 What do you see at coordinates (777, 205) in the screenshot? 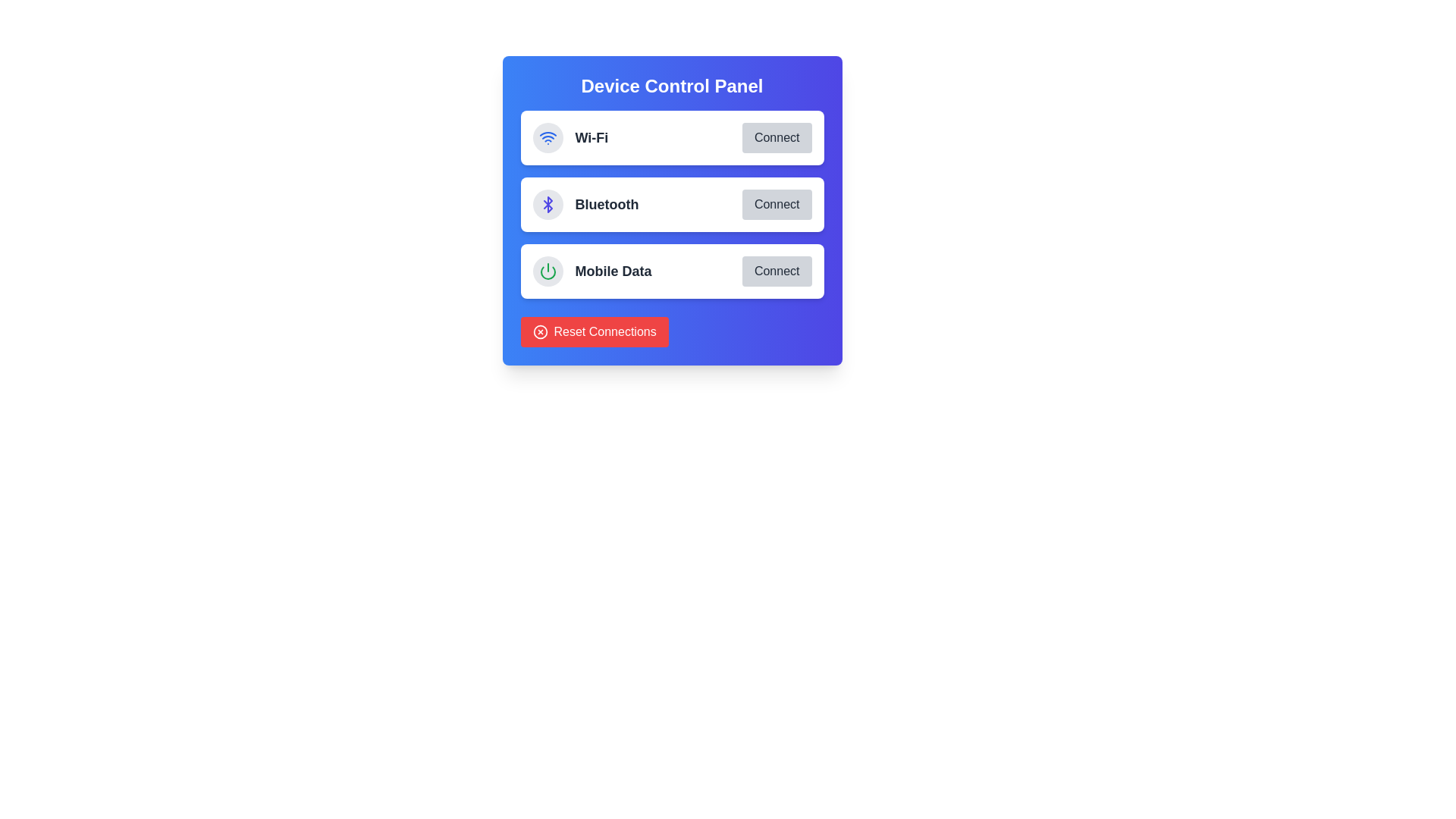
I see `the 'Connect' button, which is a rectangular button with rounded corners, light gray background, and dark gray text, located within the 'Bluetooth' section and aligned to the right` at bounding box center [777, 205].